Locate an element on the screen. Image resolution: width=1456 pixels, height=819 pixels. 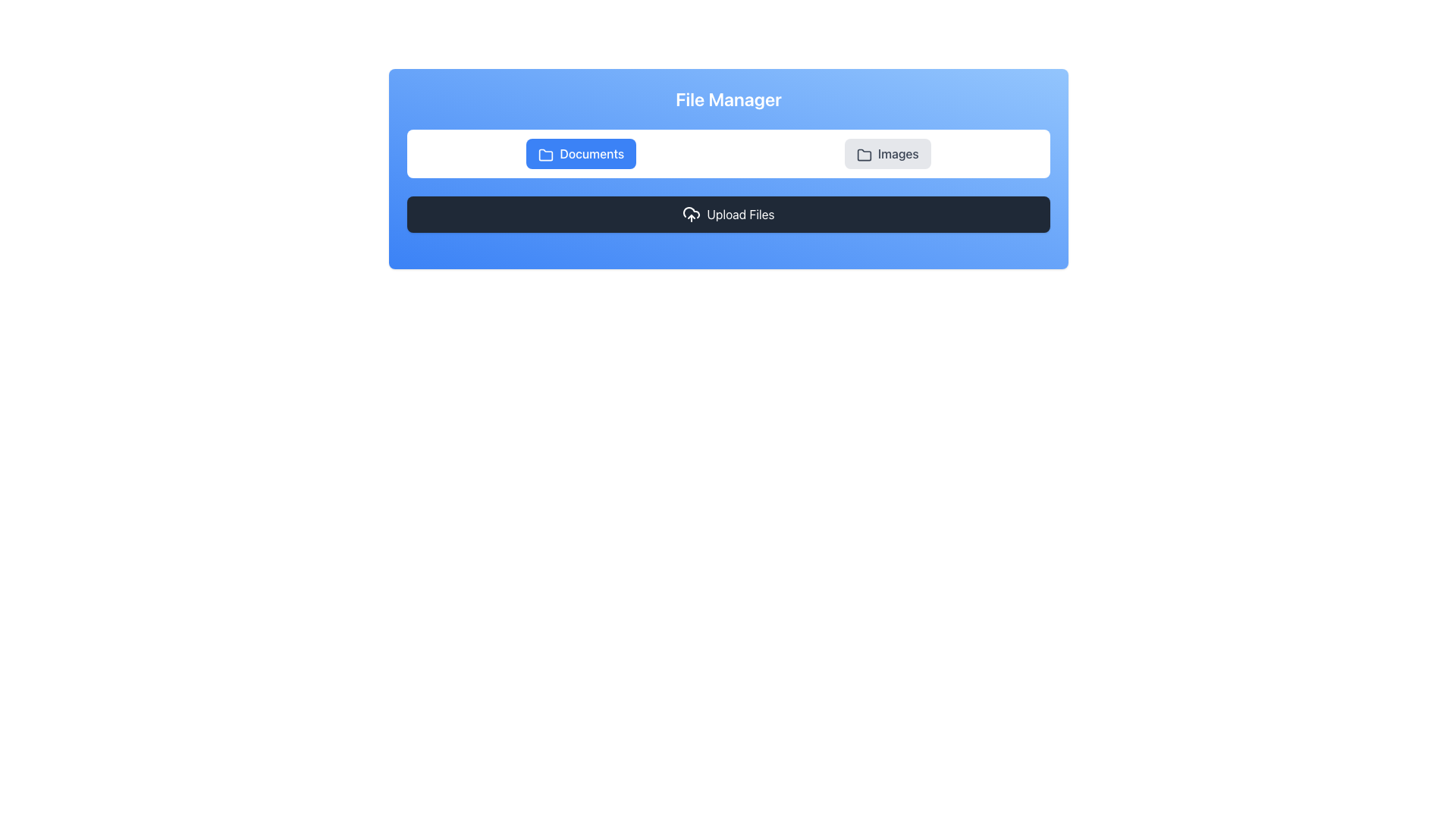
the navigation or selection panel located beneath the 'File Manager' title and above the 'Upload Files' button, which allows users to choose between options like 'Documents' or 'Images' is located at coordinates (728, 154).